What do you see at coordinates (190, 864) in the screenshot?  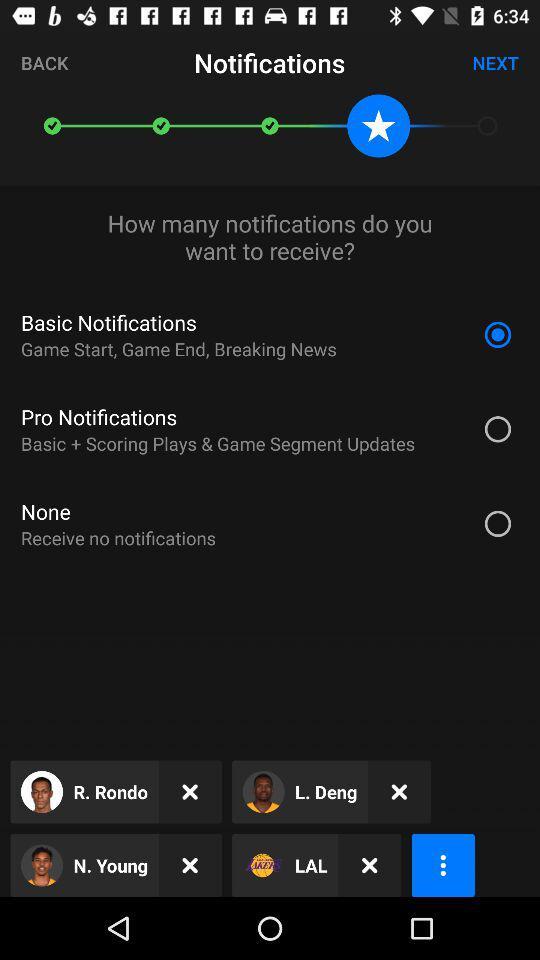 I see `the close icon` at bounding box center [190, 864].